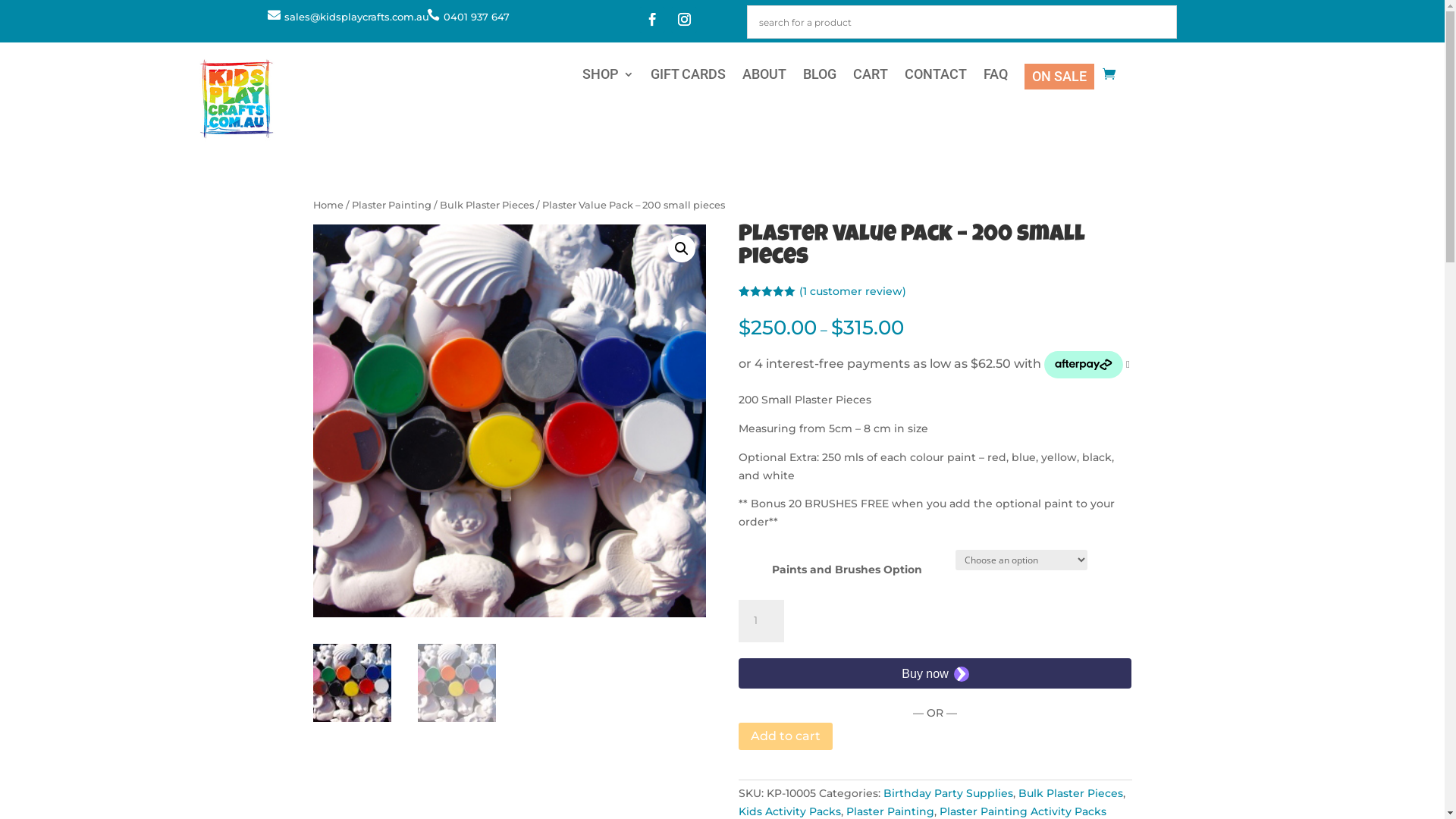 This screenshot has height=819, width=1456. I want to click on 'Add to cart', so click(786, 736).